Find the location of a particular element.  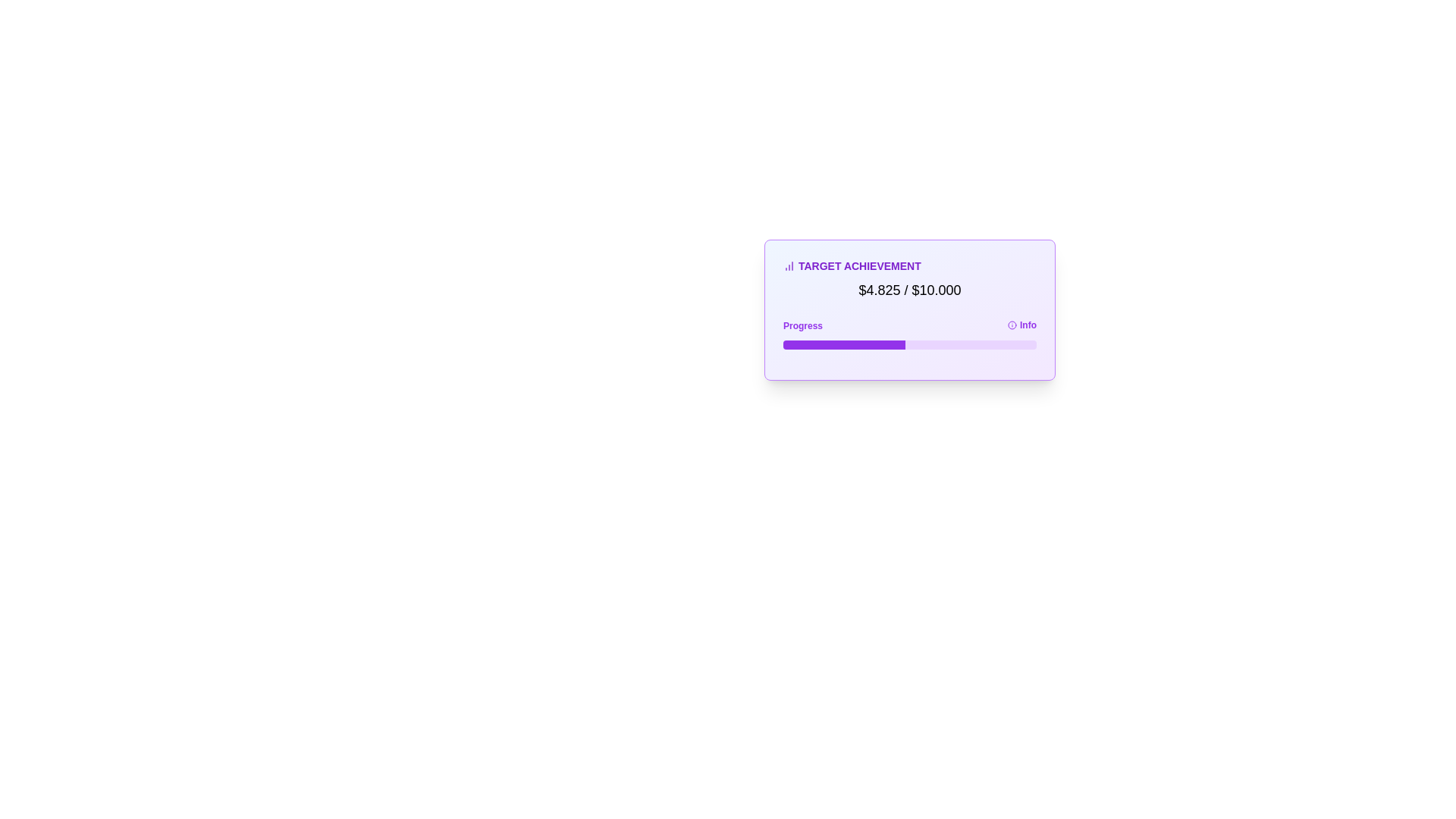

the small circular purple icon with the letter 'i' in the center, located in the bottom-right corner of the card next to the 'Info' text is located at coordinates (1012, 324).